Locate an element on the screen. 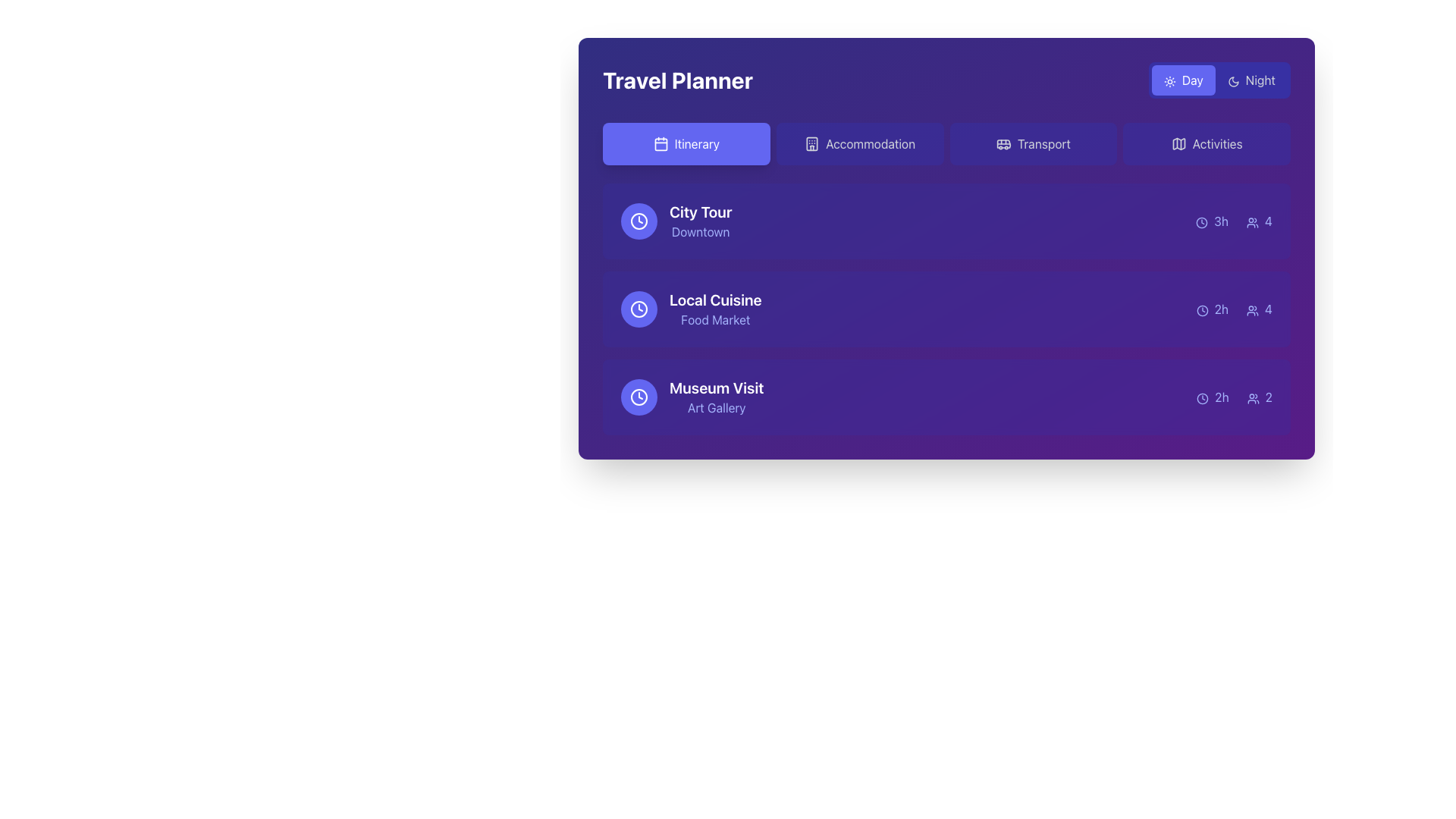  the text label that serves as a descriptor for the 'City Tour' title, located in the second row beneath the main title, aligned with the left margin is located at coordinates (700, 231).